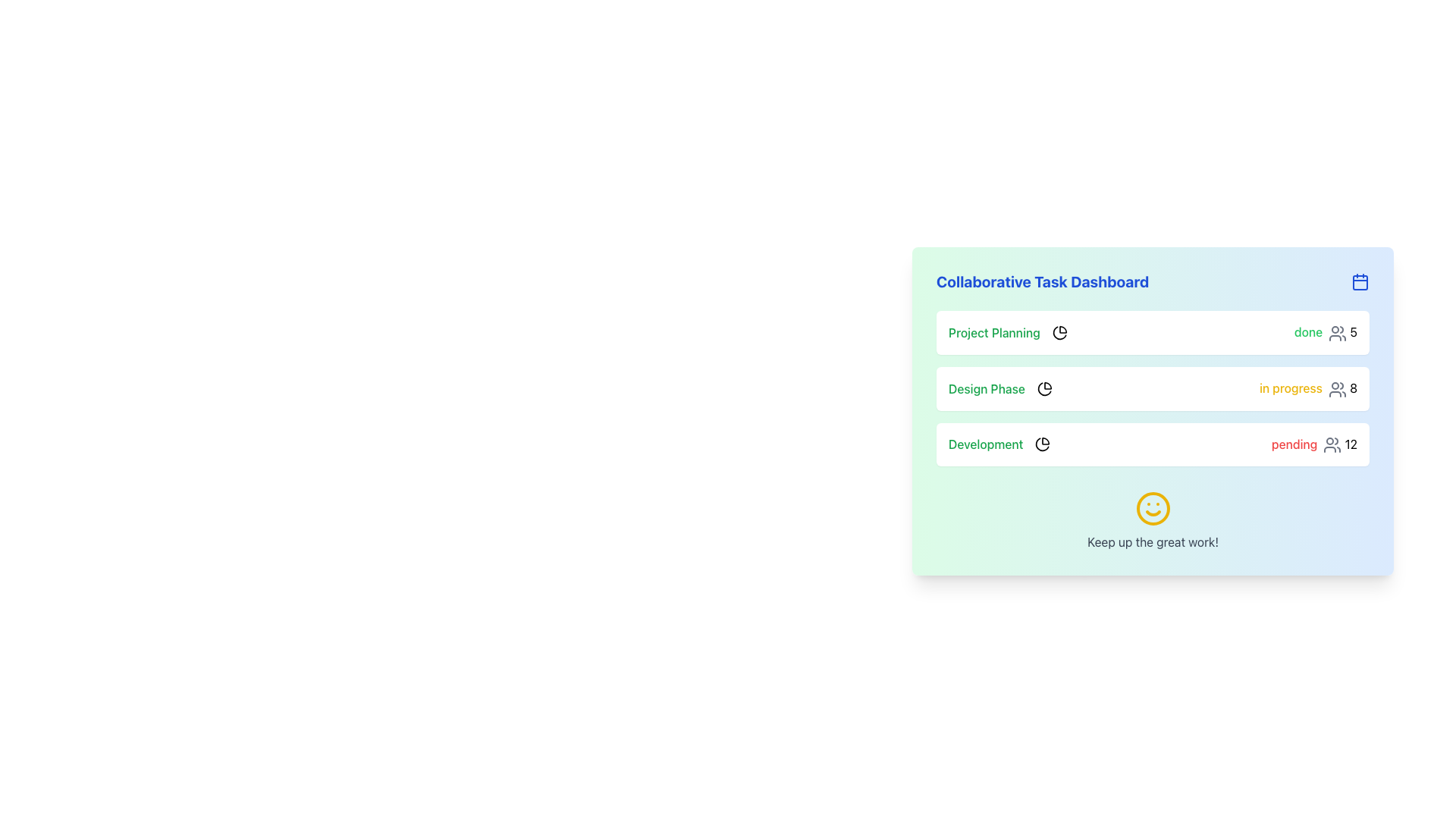 This screenshot has width=1456, height=819. What do you see at coordinates (1042, 281) in the screenshot?
I see `the header displaying 'Collaborative Task Dashboard' in bold, blue font located at the top-left corner of the card-like component` at bounding box center [1042, 281].